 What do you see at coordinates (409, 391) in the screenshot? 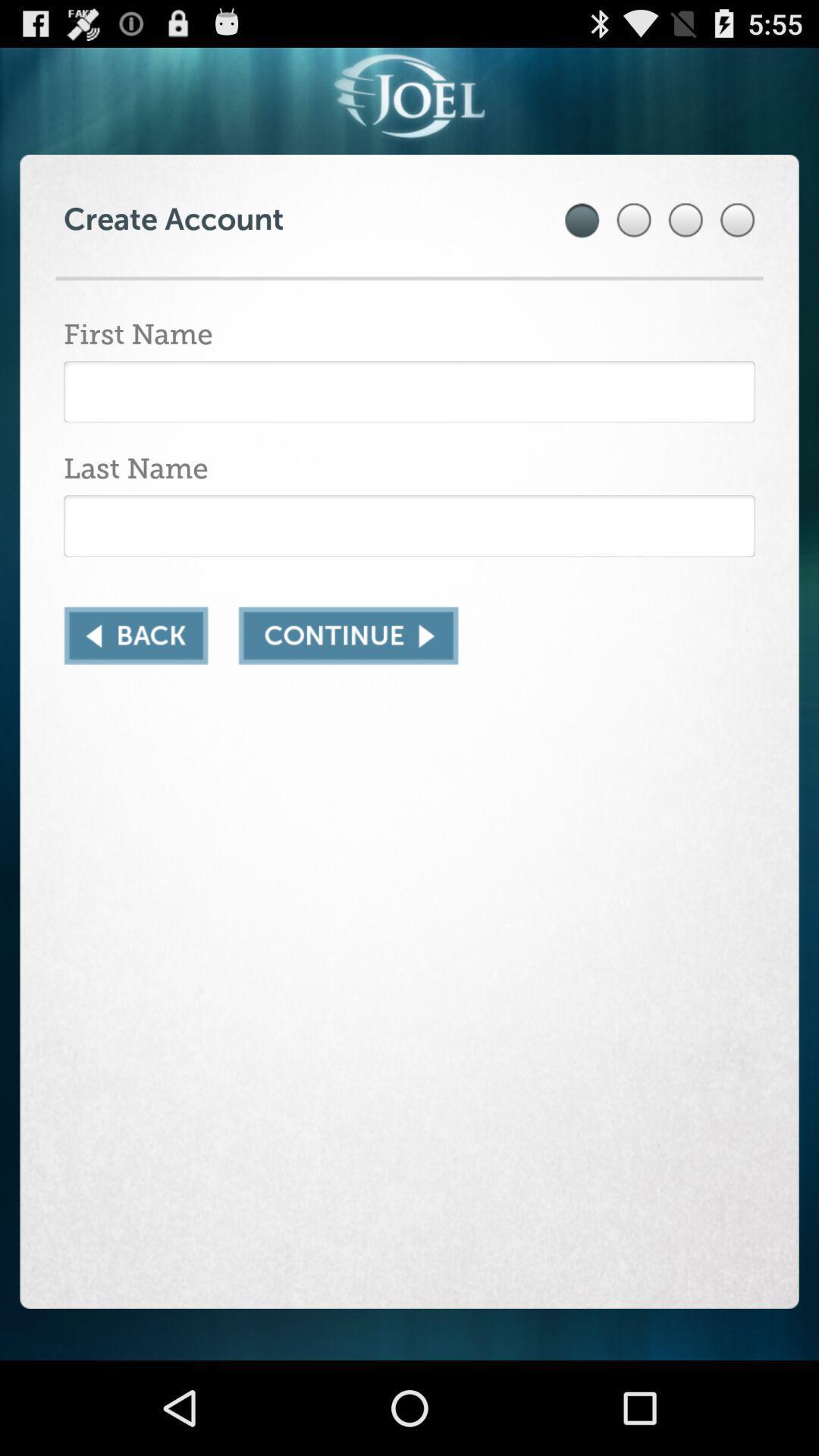
I see `input first name` at bounding box center [409, 391].